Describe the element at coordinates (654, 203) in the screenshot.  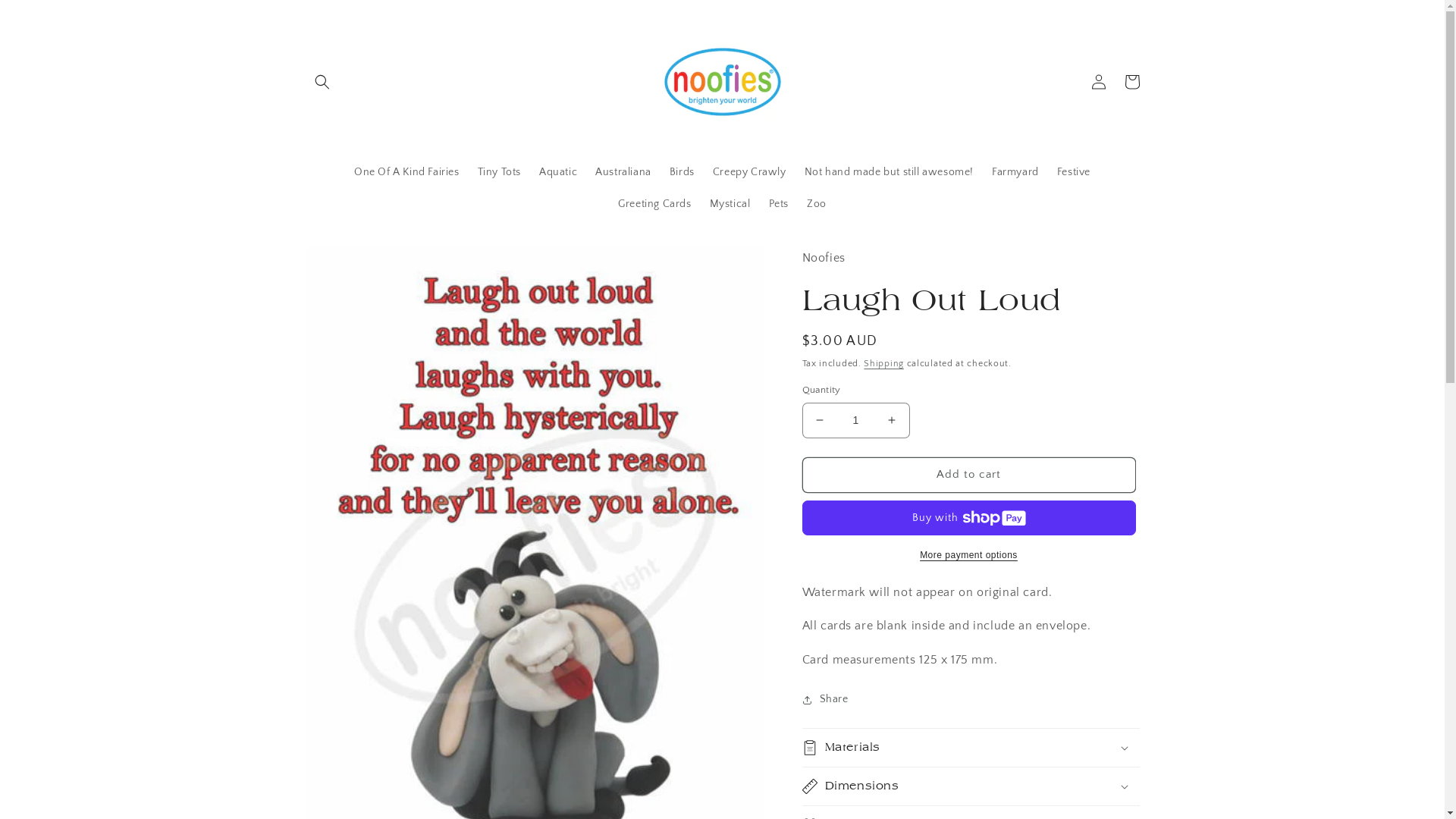
I see `'Greeting Cards'` at that location.